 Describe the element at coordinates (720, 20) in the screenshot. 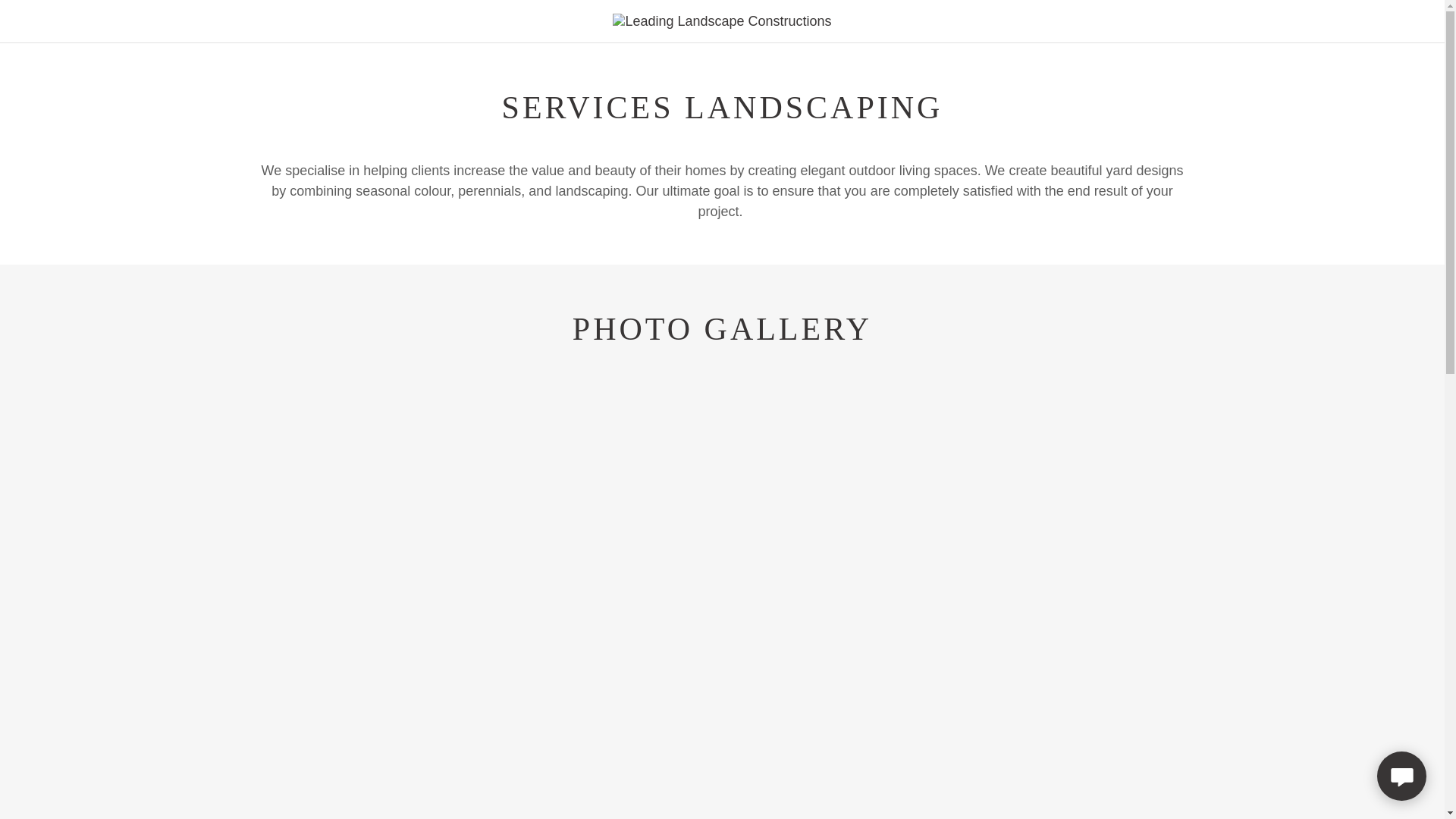

I see `'Leading Landscape Constructions'` at that location.